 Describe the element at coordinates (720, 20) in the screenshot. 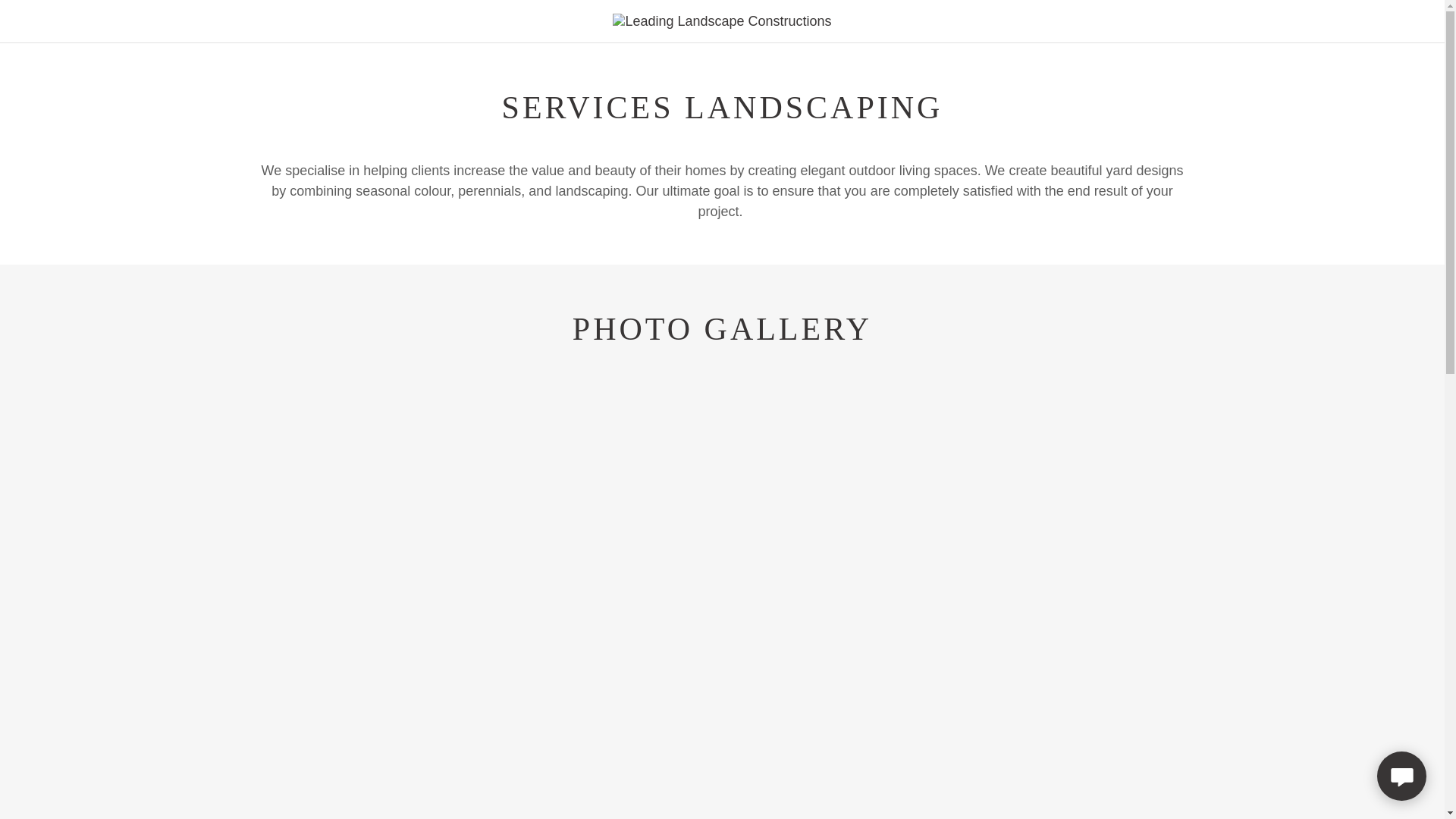

I see `'Leading Landscape Constructions'` at that location.